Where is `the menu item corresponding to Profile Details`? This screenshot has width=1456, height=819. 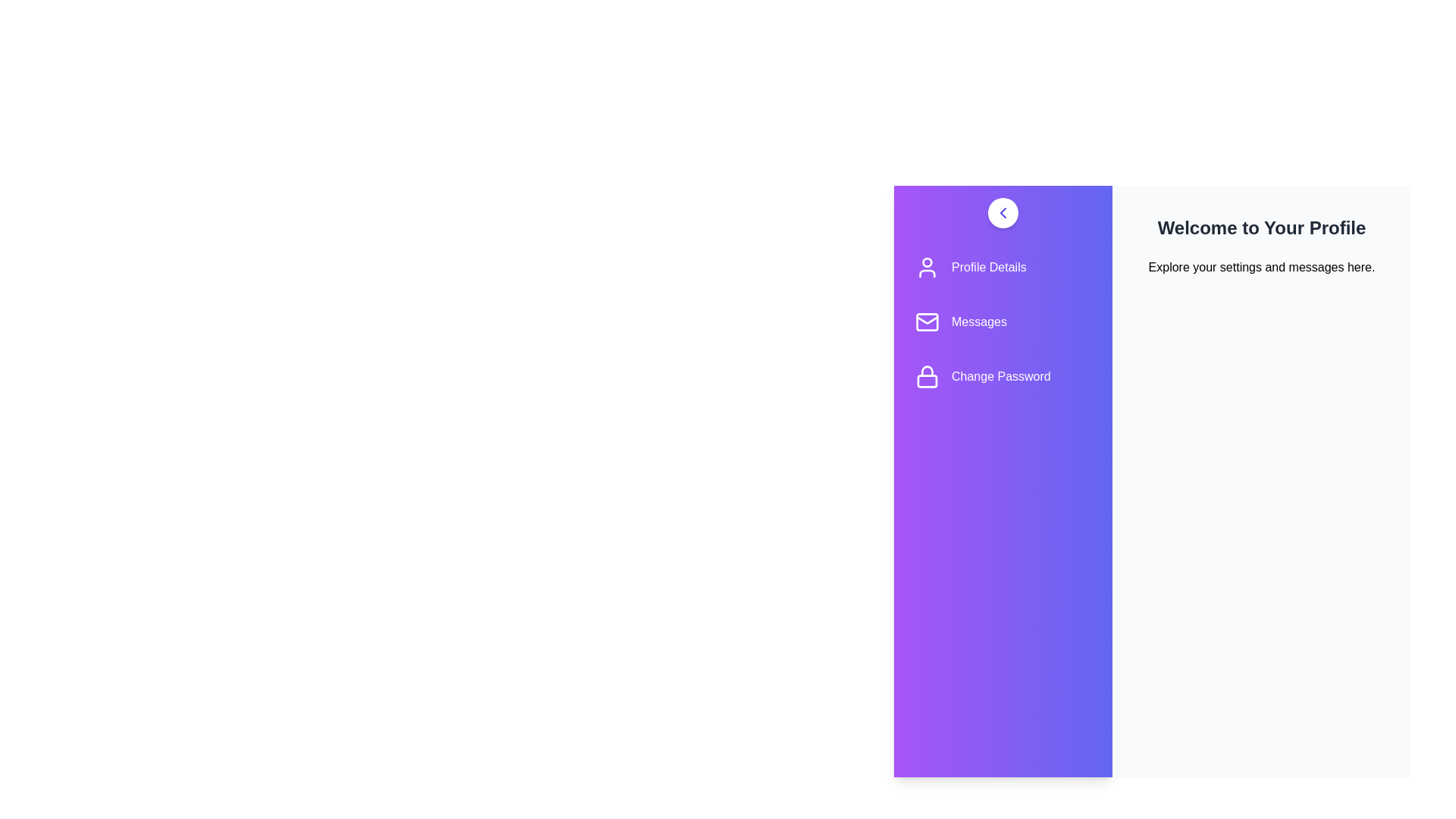
the menu item corresponding to Profile Details is located at coordinates (1003, 267).